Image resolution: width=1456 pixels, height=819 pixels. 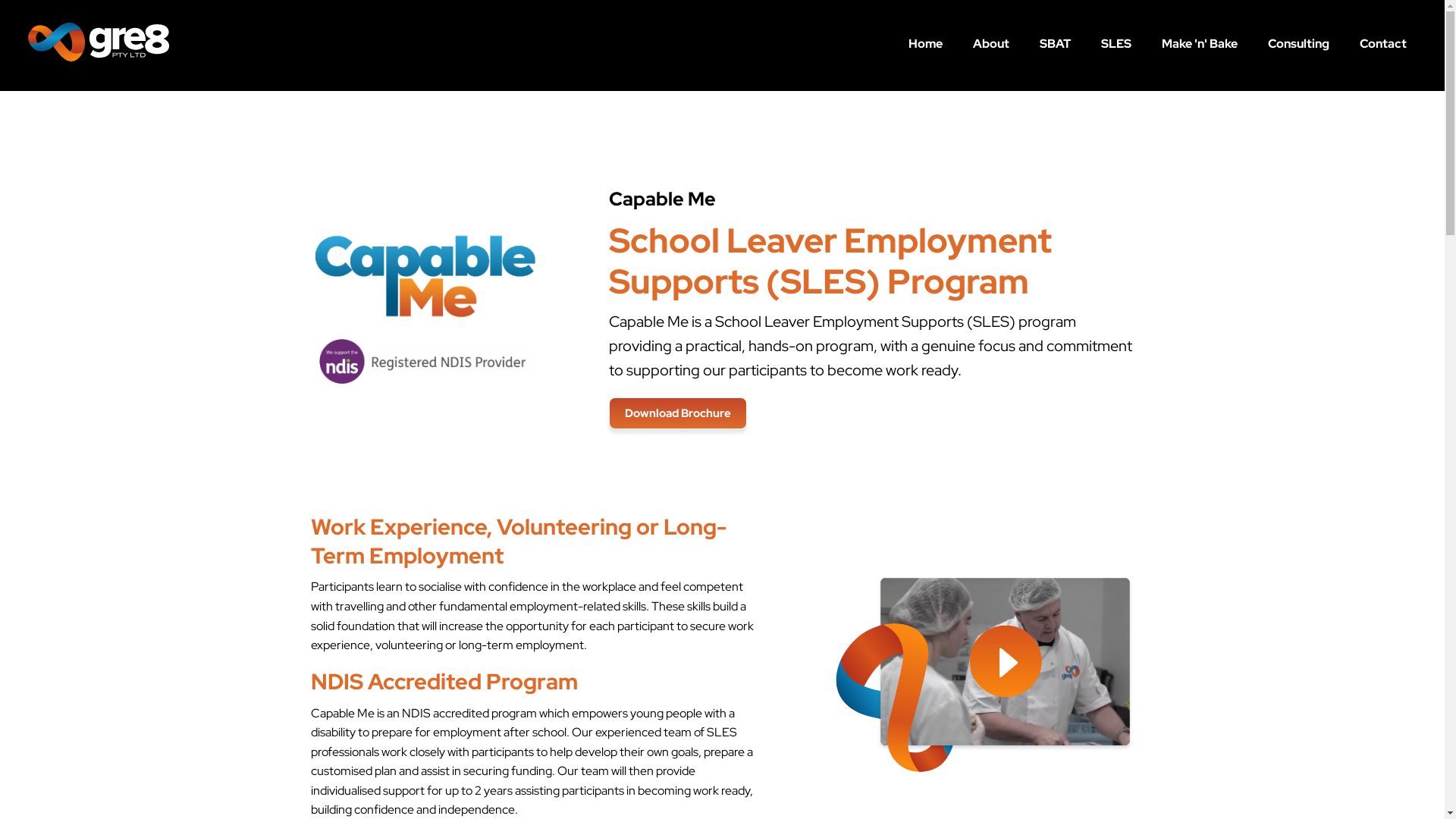 I want to click on 'SBAT', so click(x=1054, y=42).